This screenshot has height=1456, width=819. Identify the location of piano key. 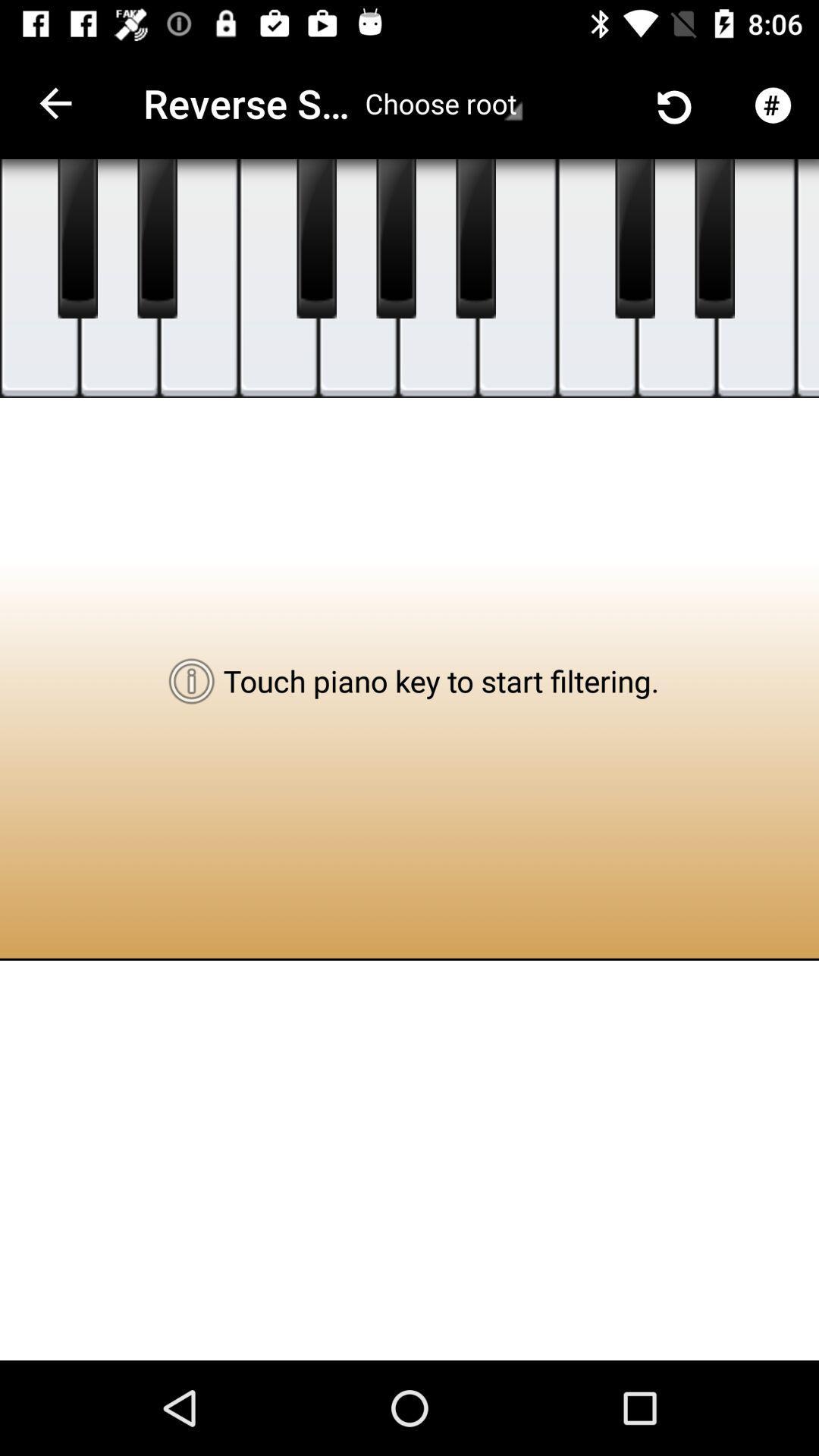
(475, 238).